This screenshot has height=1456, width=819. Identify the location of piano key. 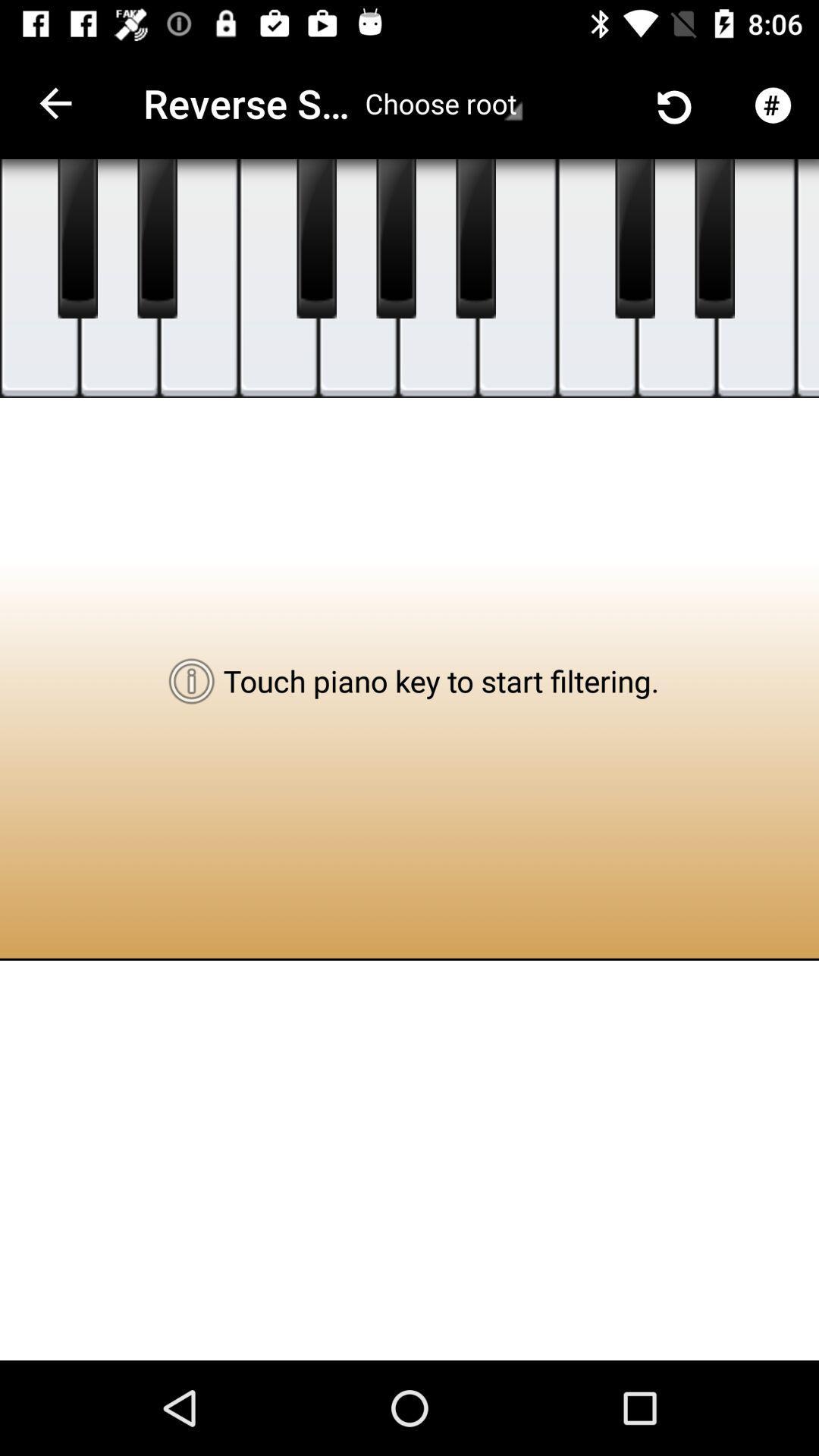
(475, 238).